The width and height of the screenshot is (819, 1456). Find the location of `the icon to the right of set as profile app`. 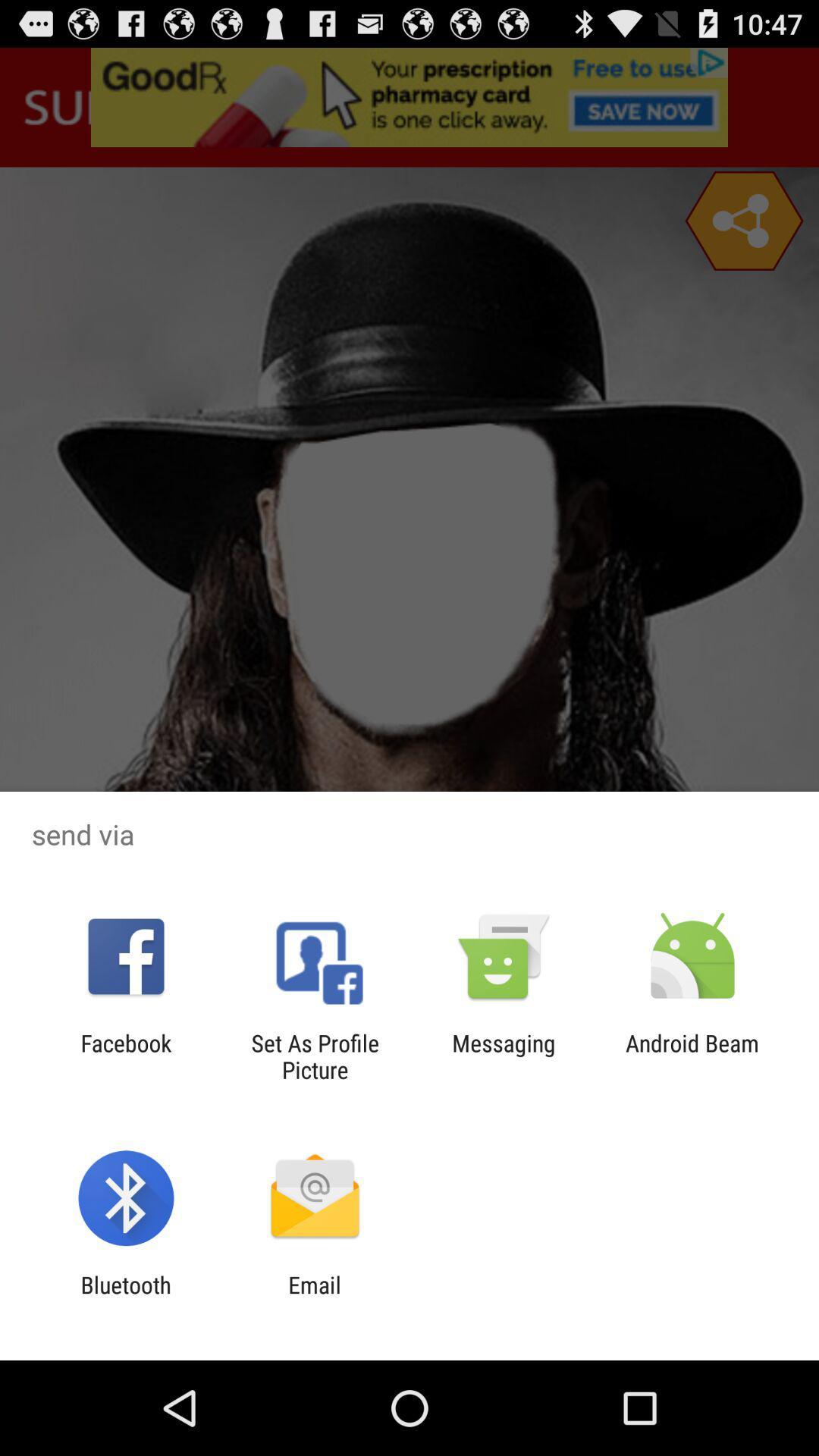

the icon to the right of set as profile app is located at coordinates (504, 1056).